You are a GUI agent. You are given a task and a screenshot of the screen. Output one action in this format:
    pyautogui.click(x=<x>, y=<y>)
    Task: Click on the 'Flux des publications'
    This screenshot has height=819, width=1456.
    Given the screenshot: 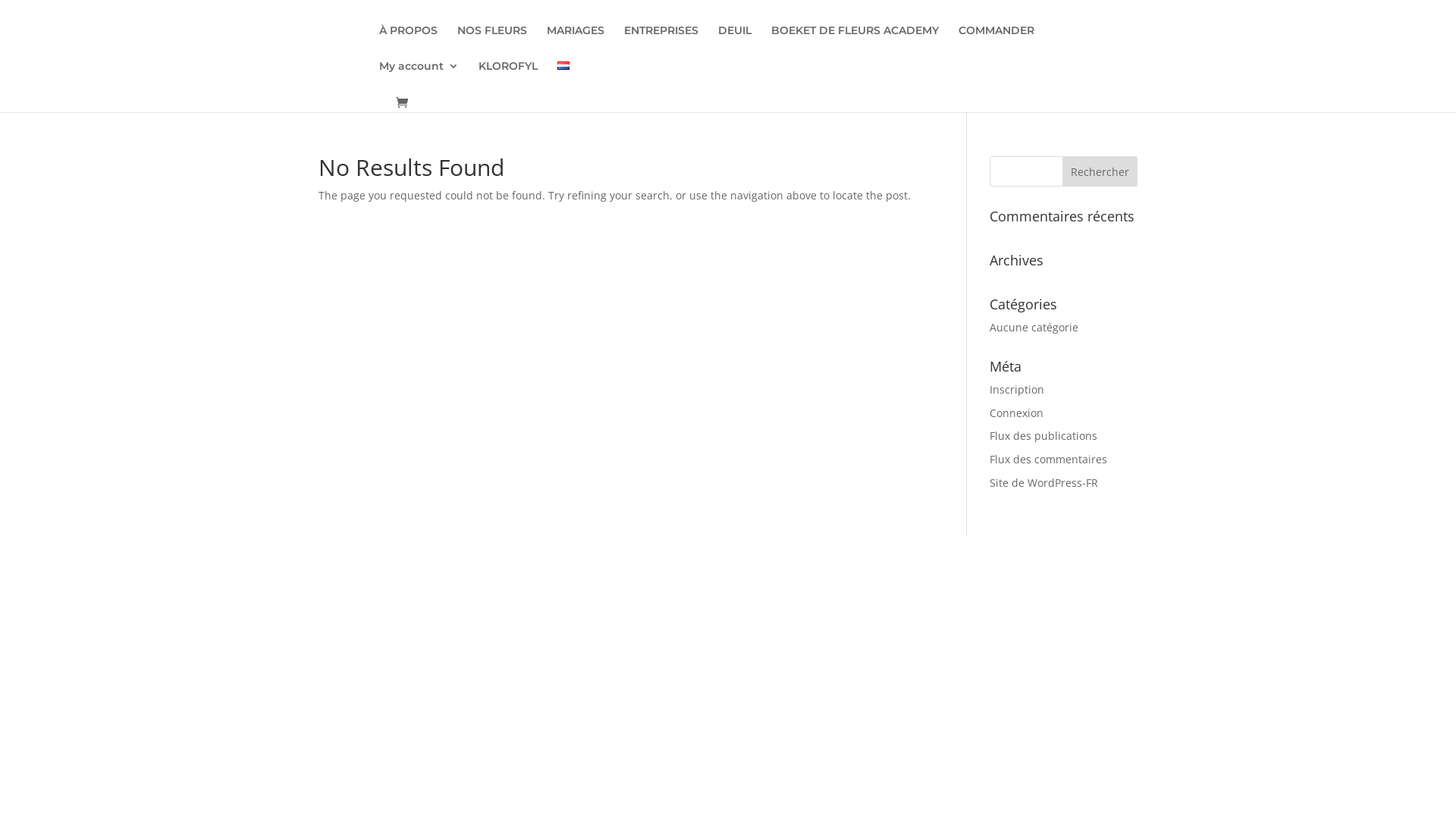 What is the action you would take?
    pyautogui.click(x=990, y=435)
    